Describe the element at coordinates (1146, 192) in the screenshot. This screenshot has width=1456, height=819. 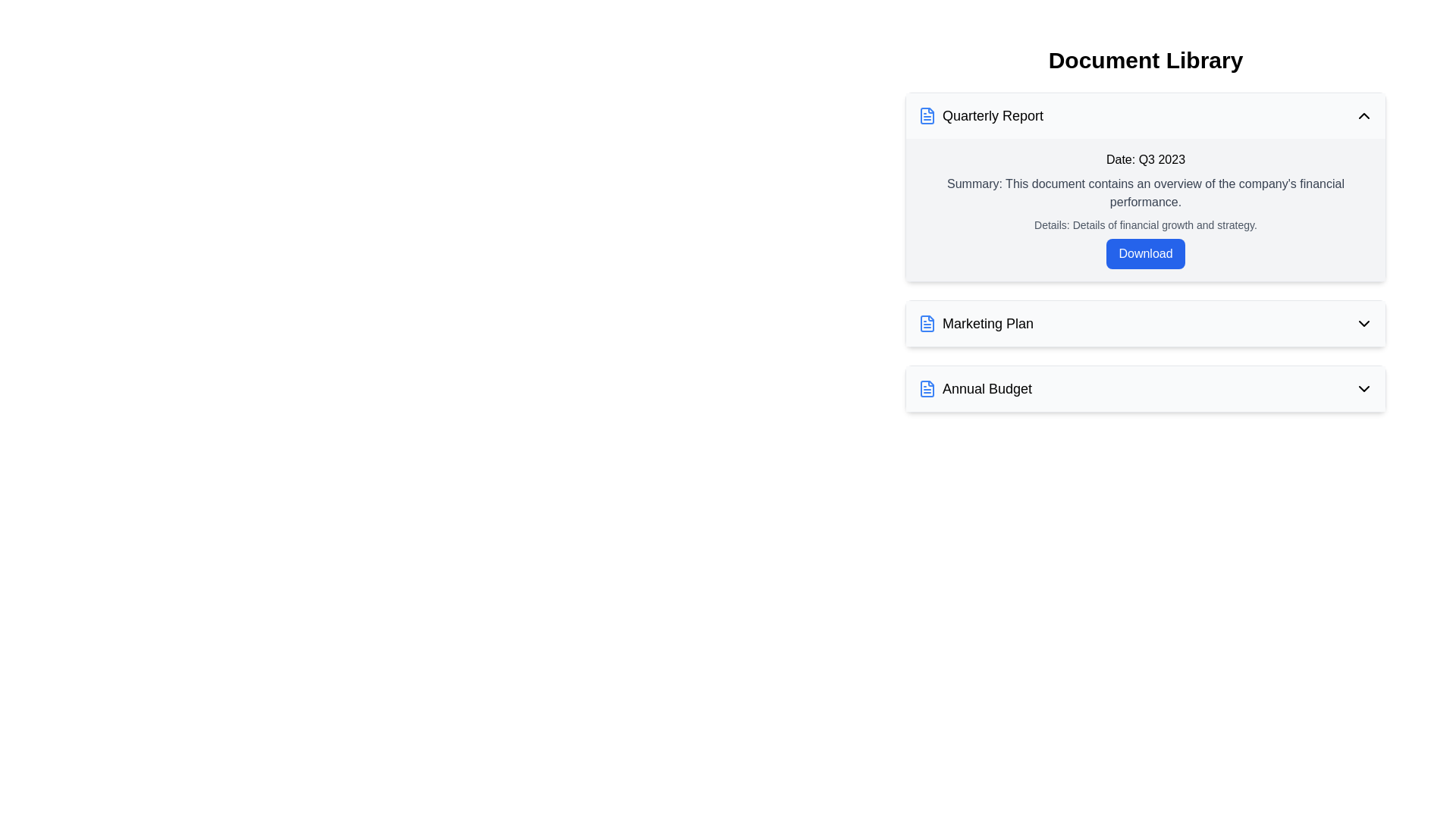
I see `informational text element summarizing the company's financial performance for Q3 2023, located beneath the 'Date: Q3 2023' text and above the 'Details: Details of financial growth and strategy.'` at that location.